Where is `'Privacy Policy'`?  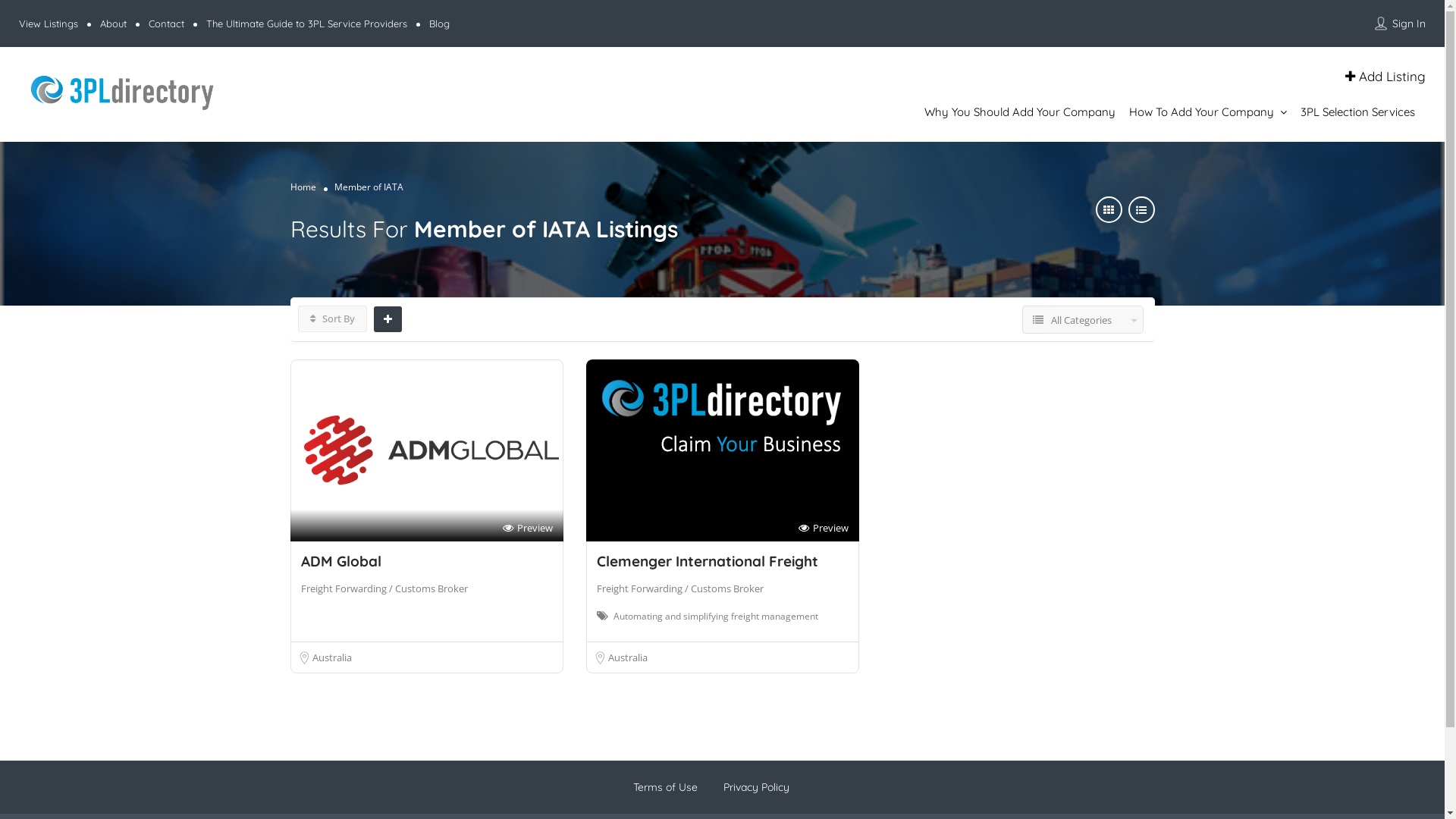
'Privacy Policy' is located at coordinates (756, 786).